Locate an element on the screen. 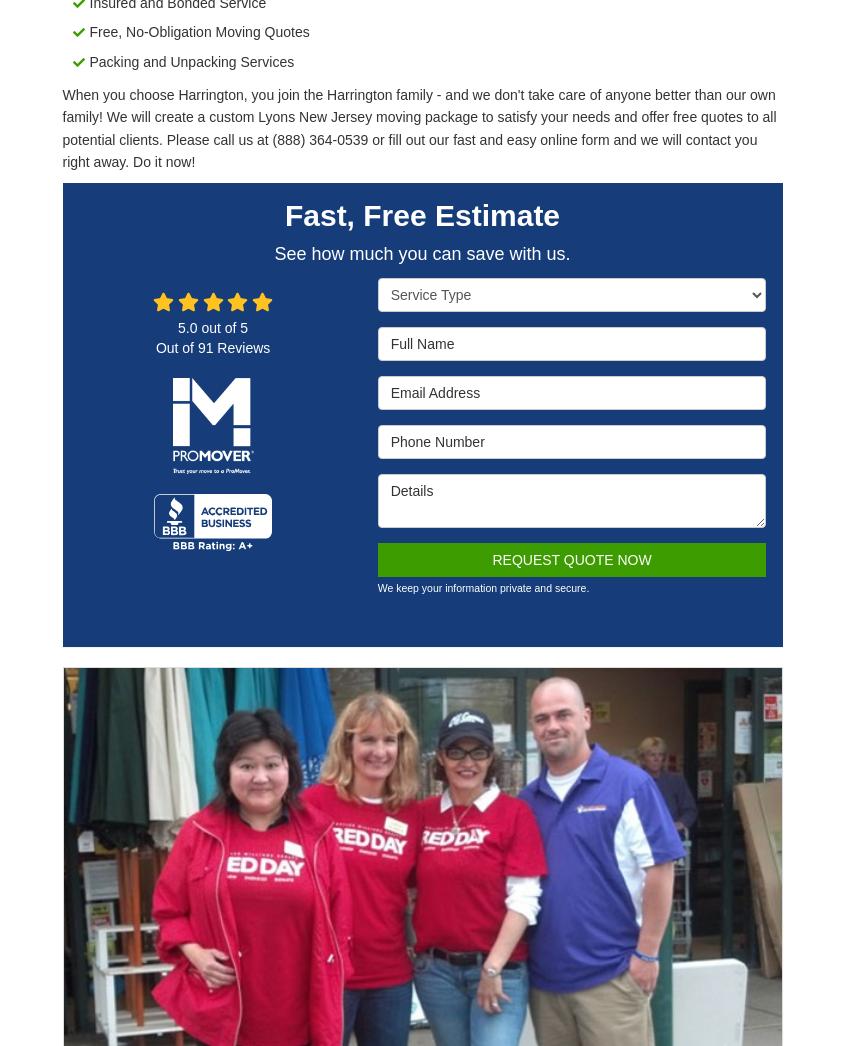 This screenshot has width=845, height=1046. 'Free, No-Obligation Moving Quotes' is located at coordinates (197, 31).